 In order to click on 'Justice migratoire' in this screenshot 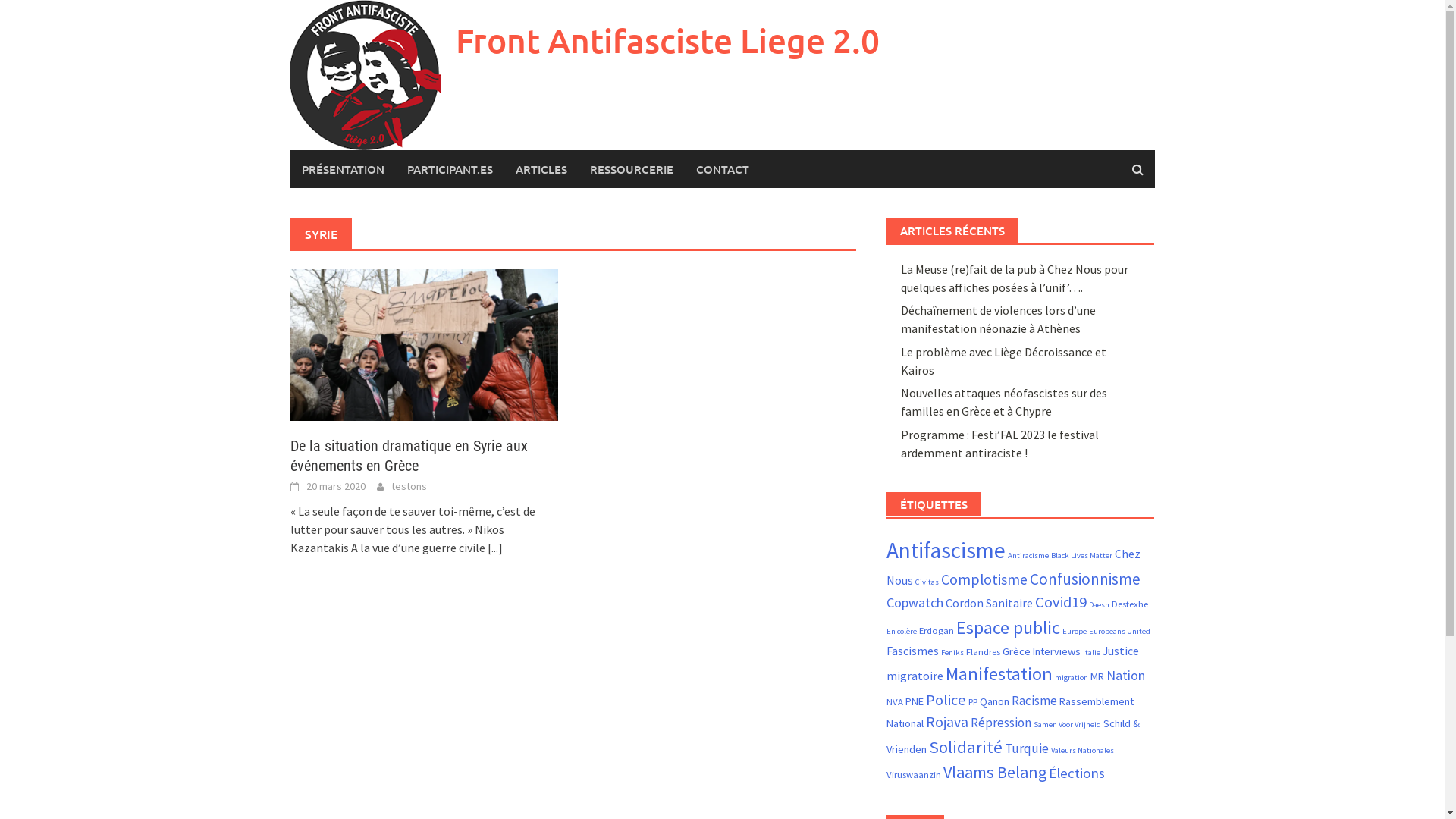, I will do `click(886, 662)`.